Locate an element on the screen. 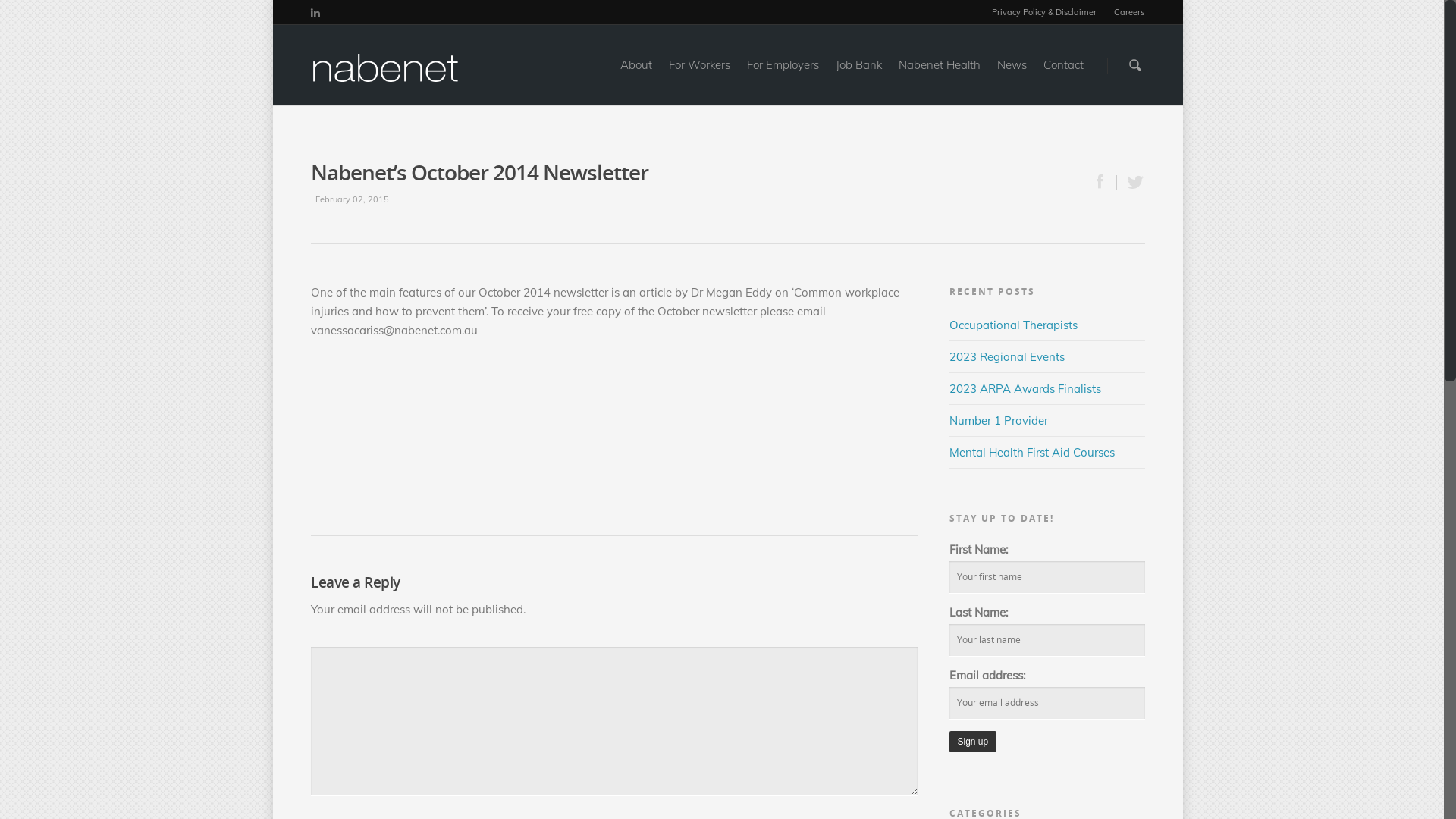 This screenshot has width=1456, height=819. 'Careers' is located at coordinates (1125, 12).